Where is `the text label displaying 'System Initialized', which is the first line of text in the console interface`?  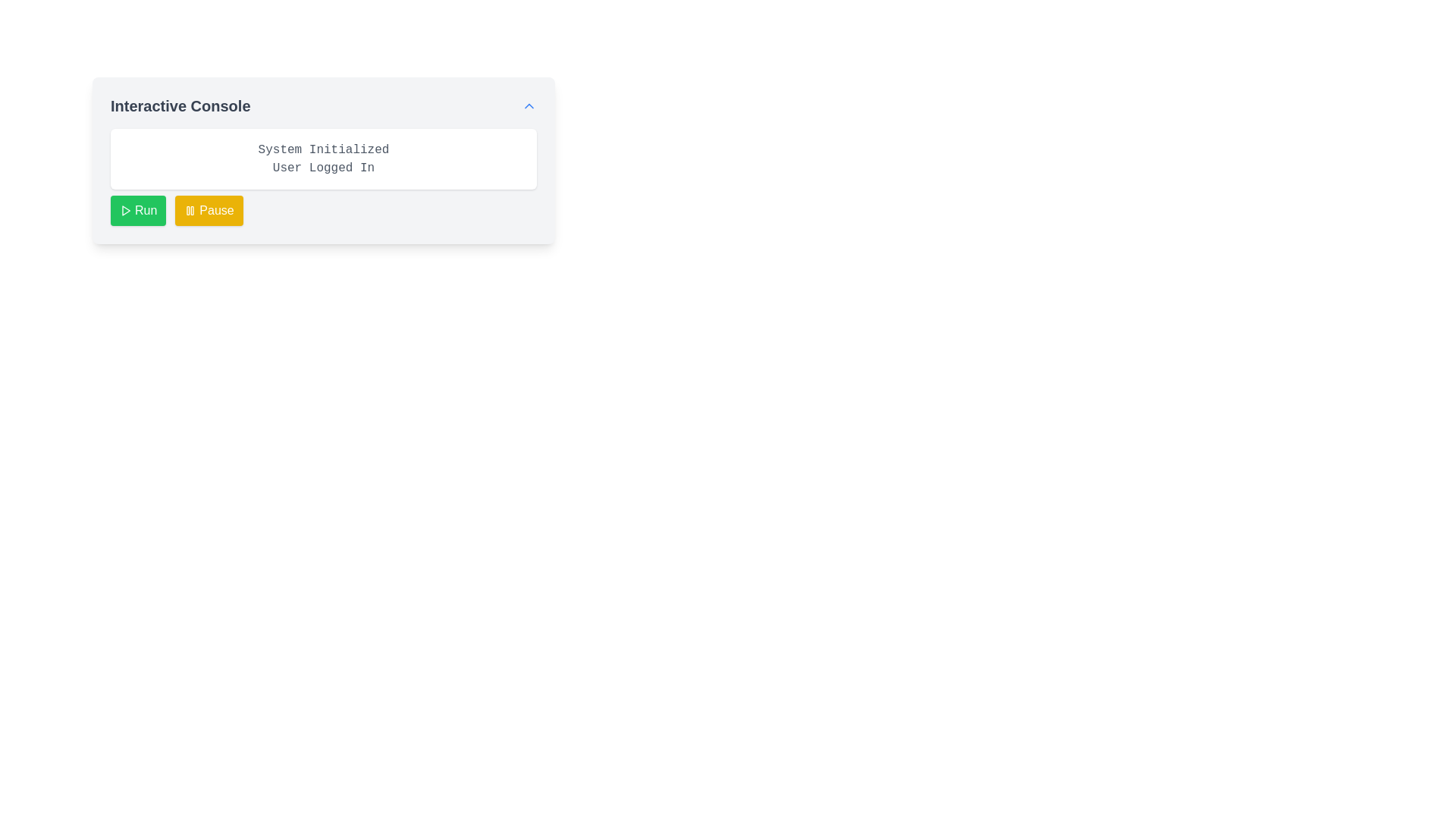 the text label displaying 'System Initialized', which is the first line of text in the console interface is located at coordinates (323, 149).